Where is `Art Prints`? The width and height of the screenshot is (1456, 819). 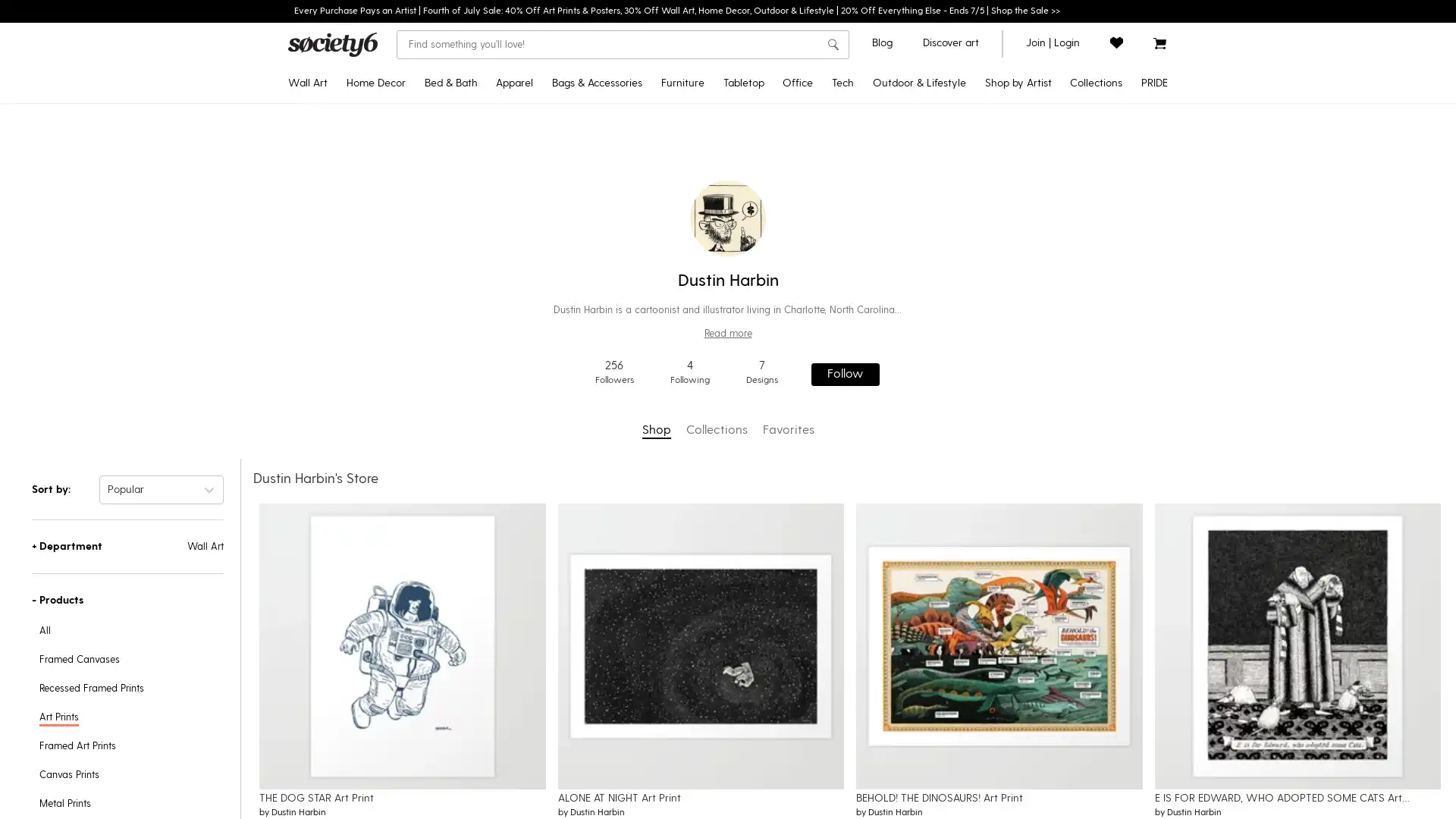 Art Prints is located at coordinates (356, 121).